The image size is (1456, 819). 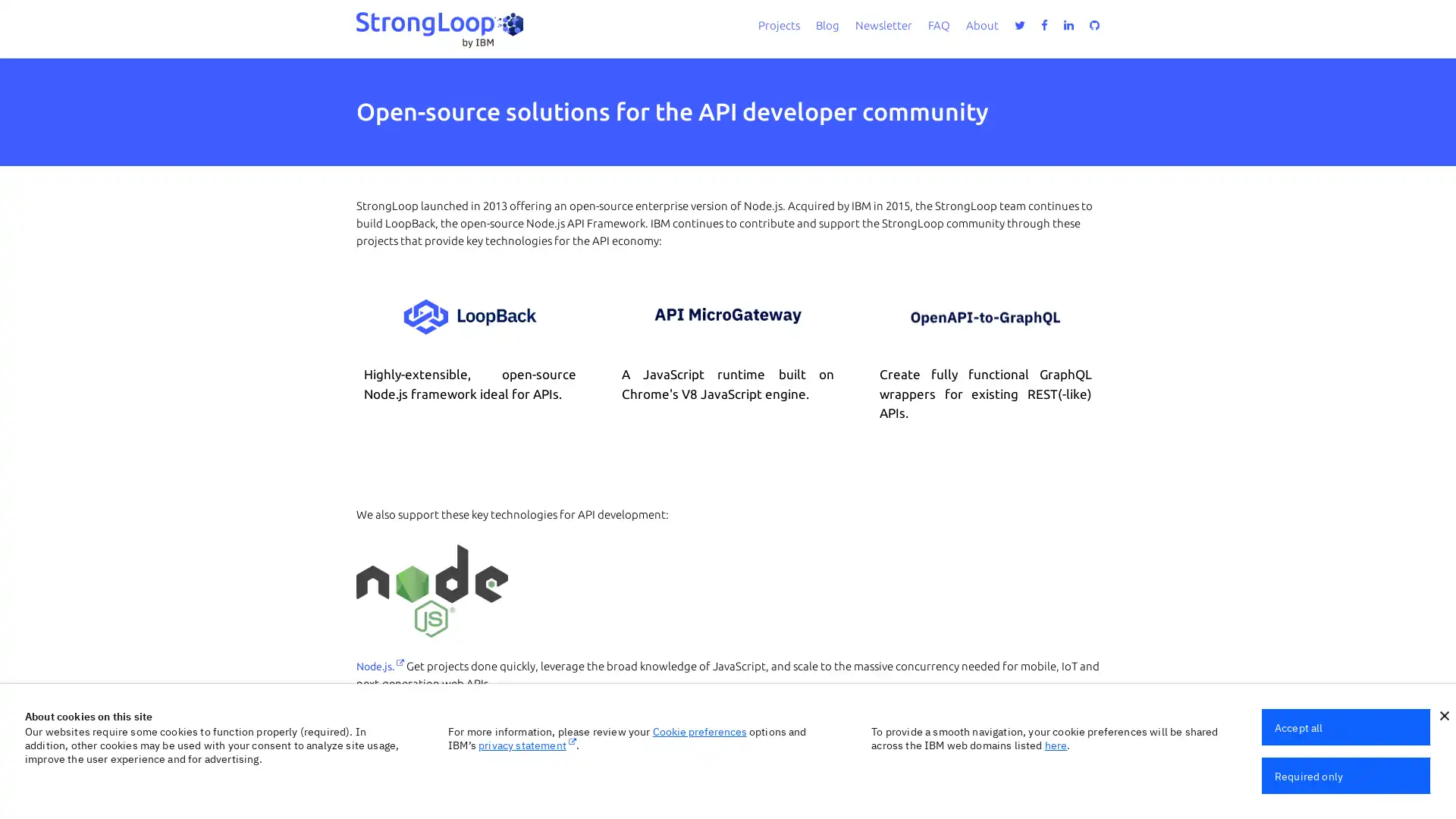 What do you see at coordinates (1346, 775) in the screenshot?
I see `Required only` at bounding box center [1346, 775].